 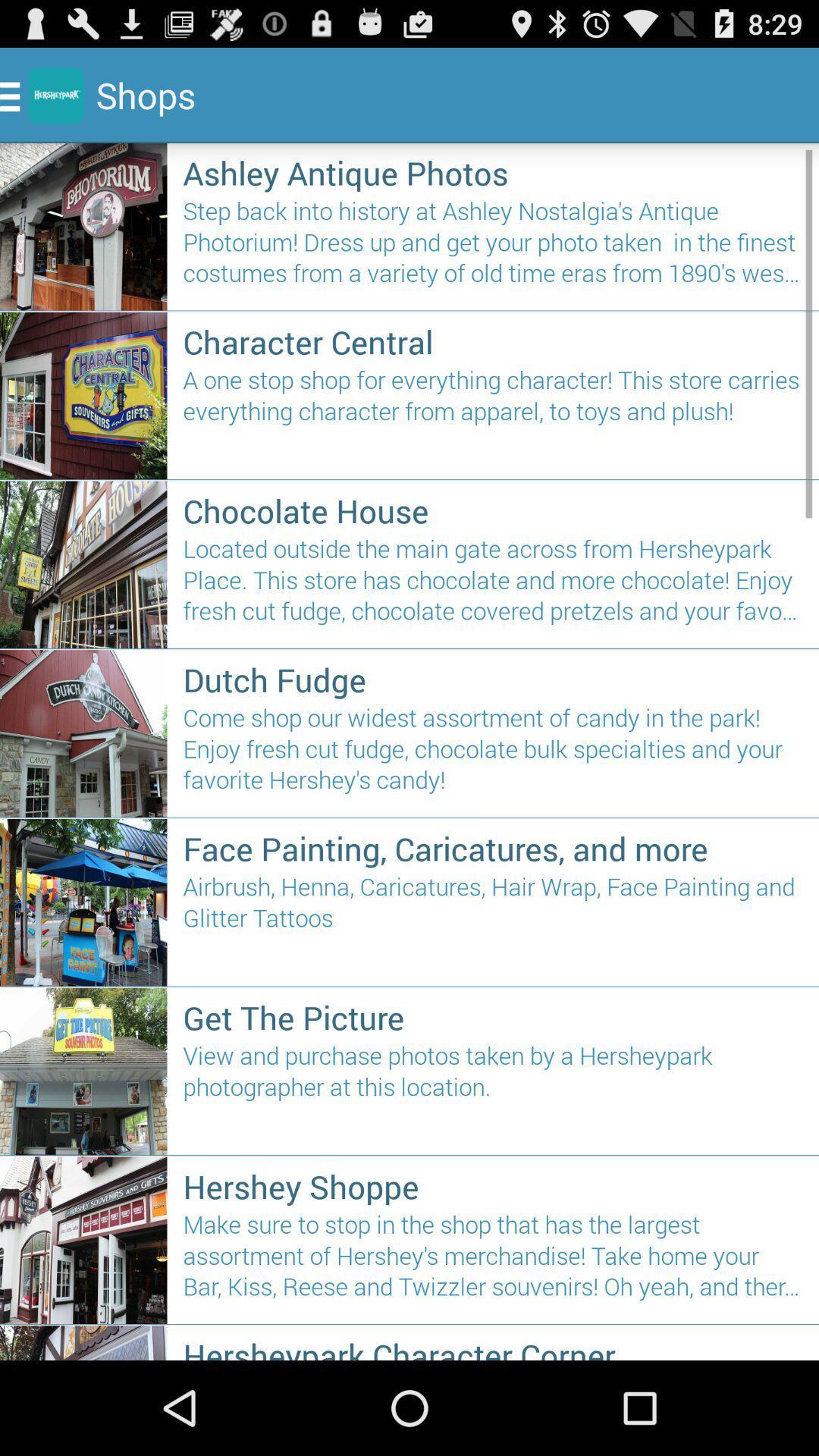 What do you see at coordinates (493, 510) in the screenshot?
I see `chocolate house icon` at bounding box center [493, 510].